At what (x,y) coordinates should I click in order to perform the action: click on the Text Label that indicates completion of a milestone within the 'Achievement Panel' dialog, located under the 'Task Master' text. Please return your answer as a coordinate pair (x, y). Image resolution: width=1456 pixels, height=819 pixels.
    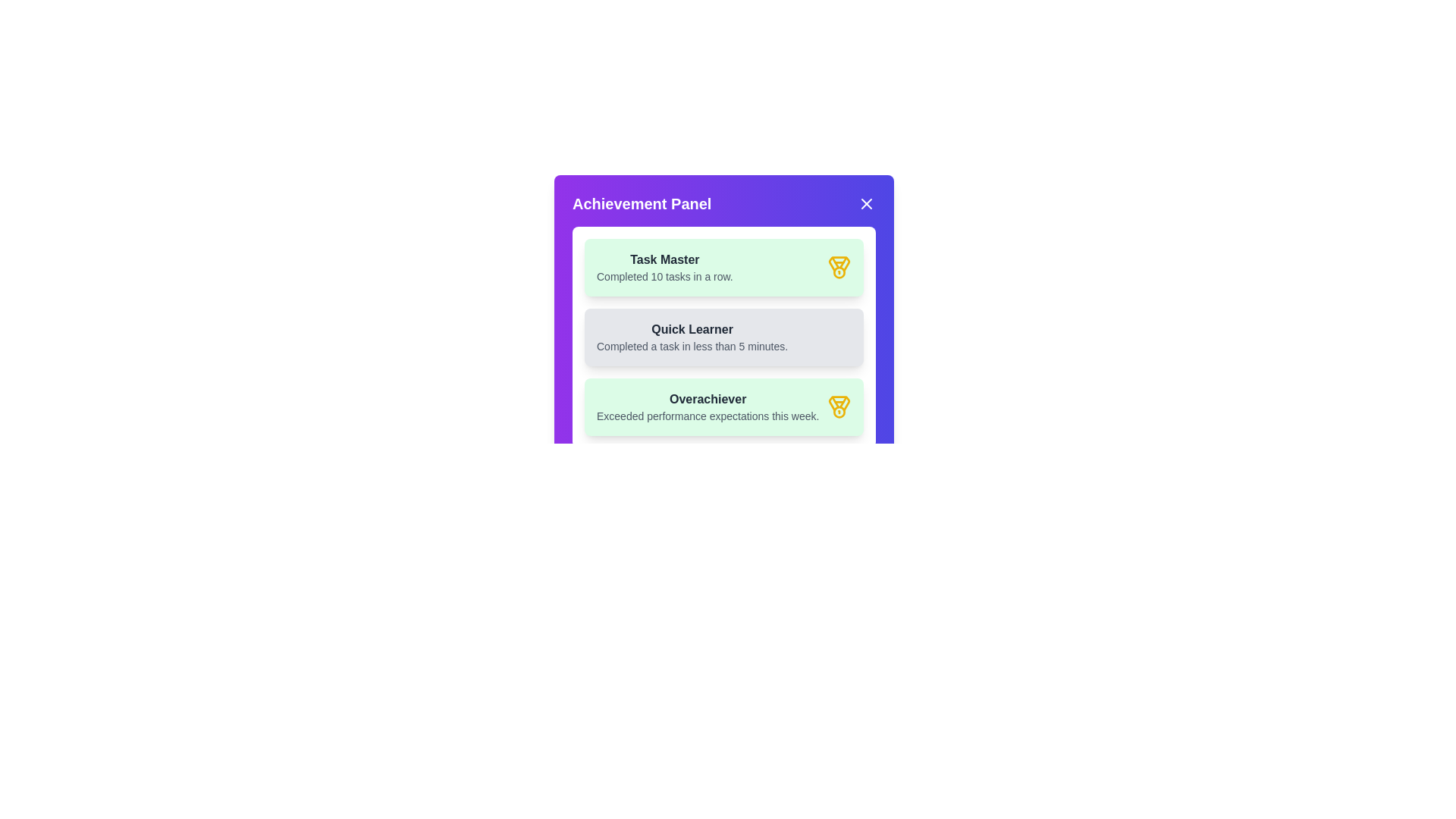
    Looking at the image, I should click on (664, 277).